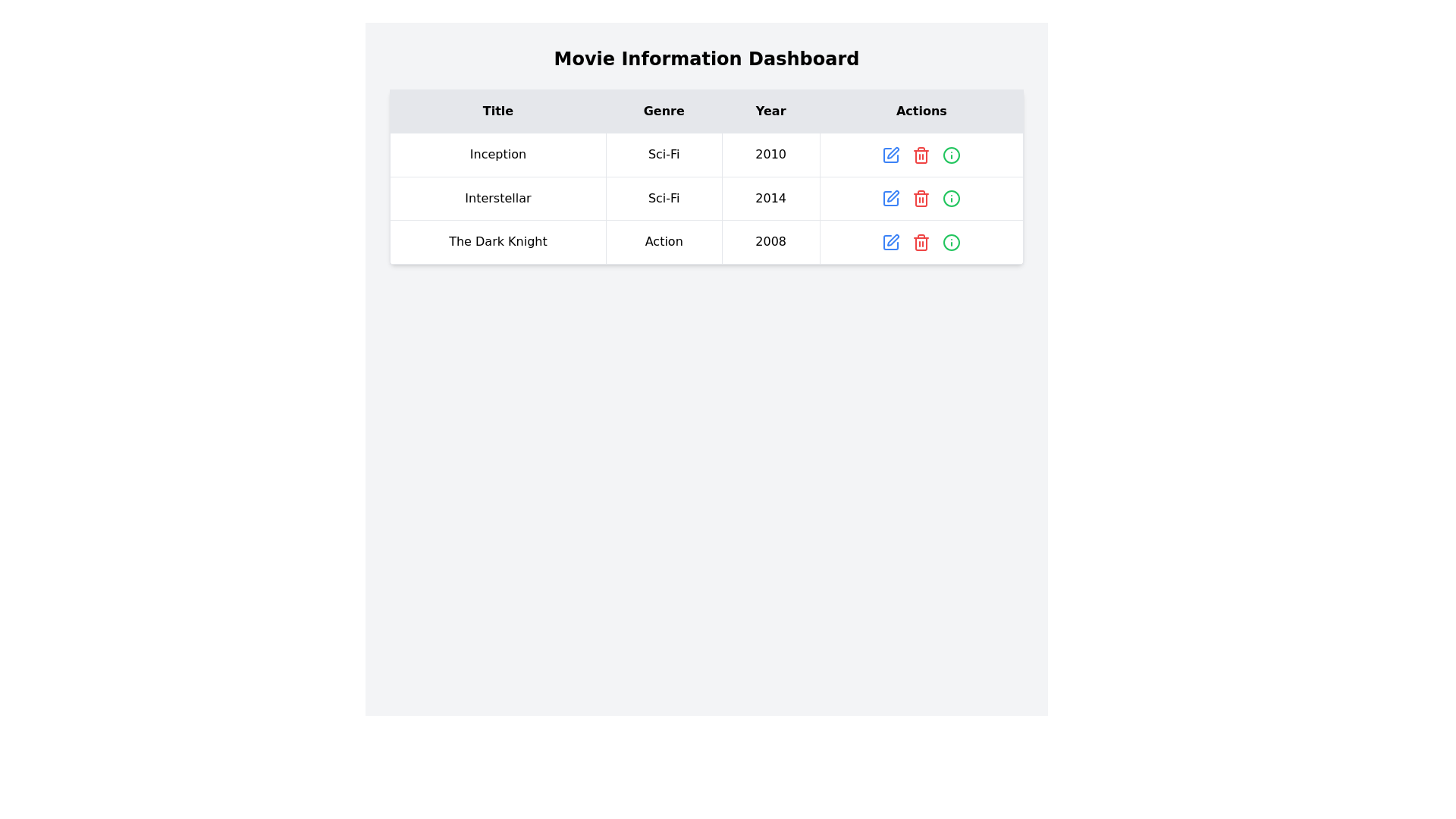 This screenshot has height=819, width=1456. What do you see at coordinates (920, 199) in the screenshot?
I see `the trash can icon` at bounding box center [920, 199].